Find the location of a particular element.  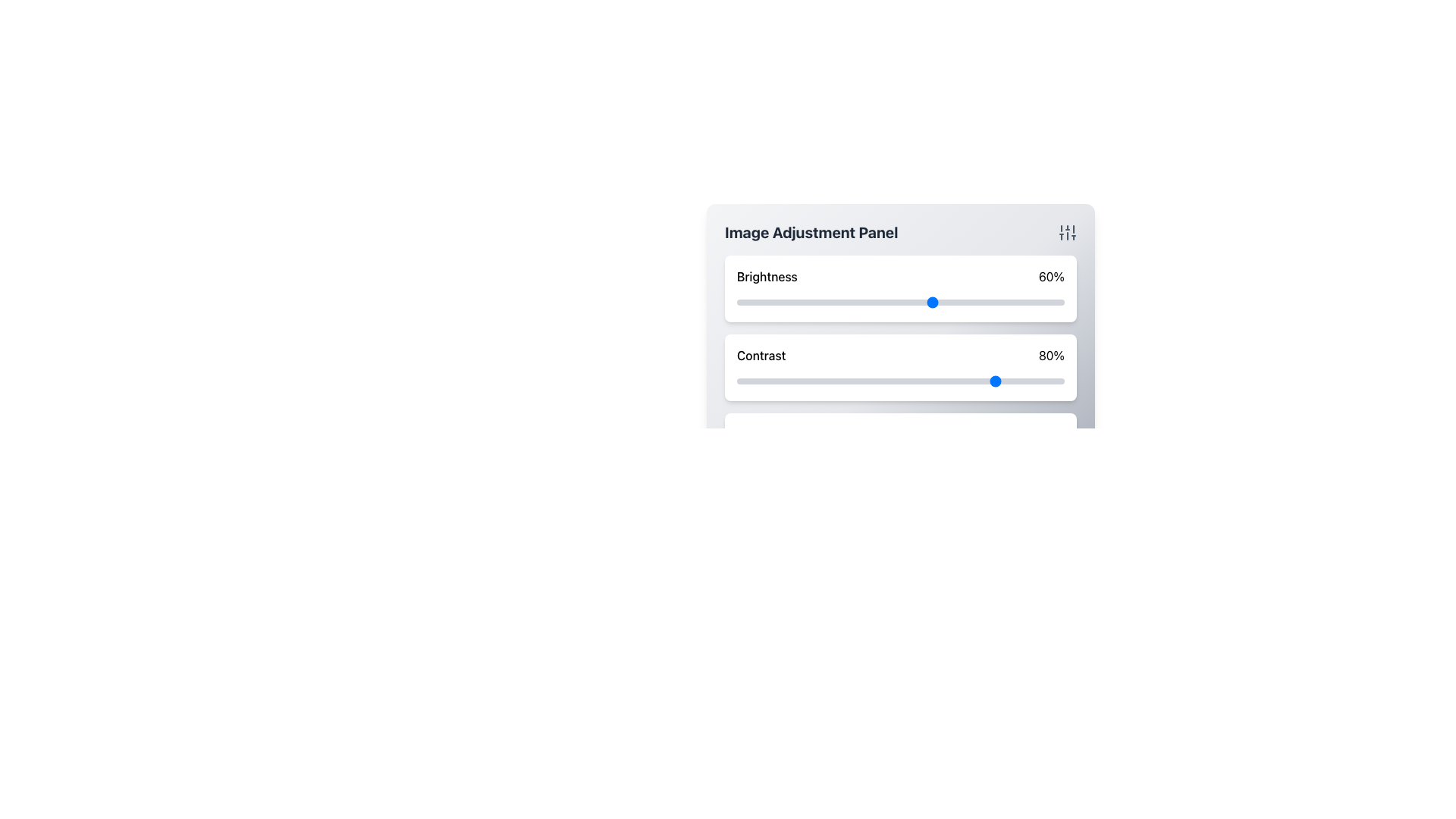

contrast is located at coordinates (920, 380).